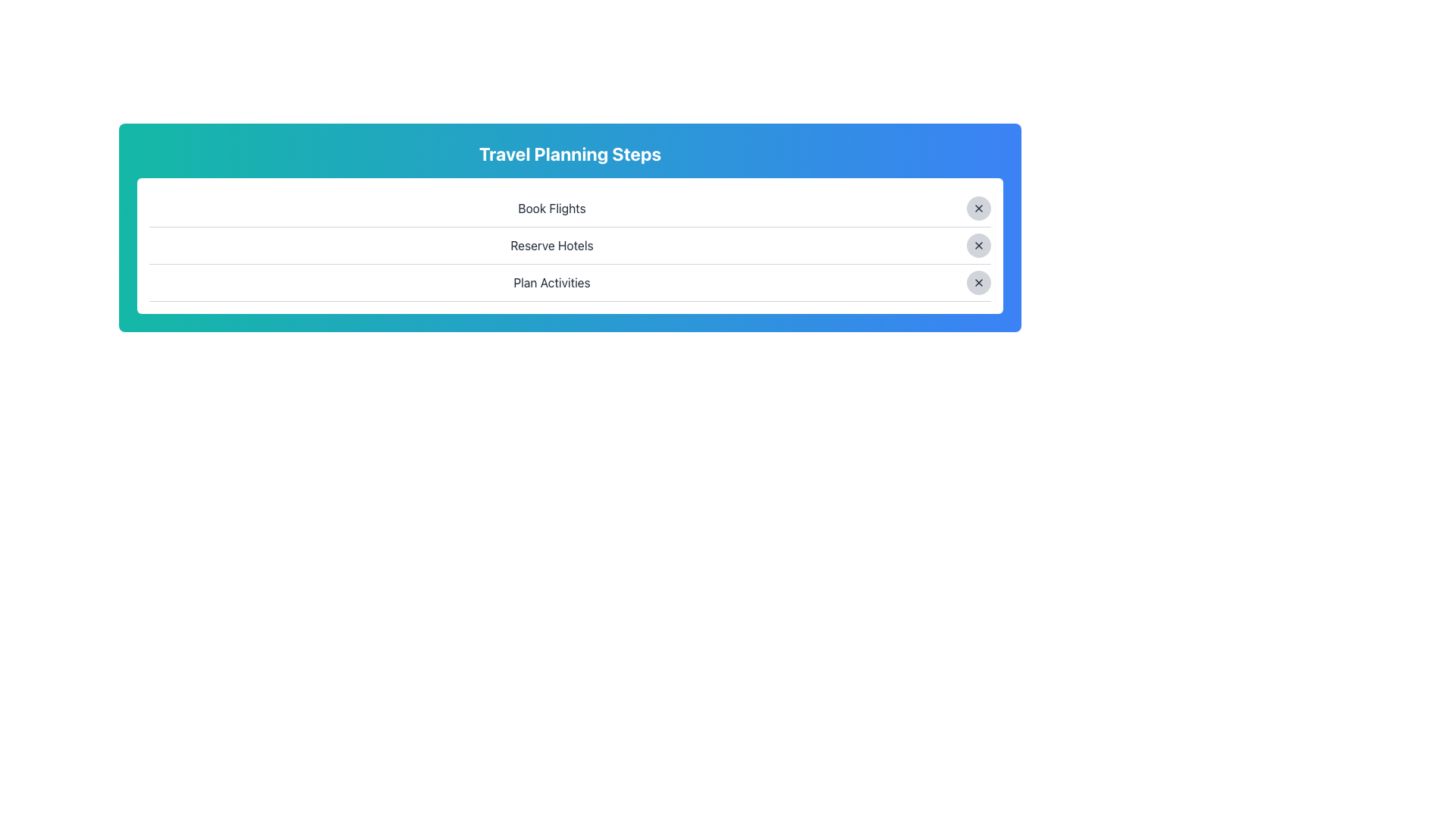 The height and width of the screenshot is (819, 1456). Describe the element at coordinates (570, 154) in the screenshot. I see `the informational header text label that indicates the purpose of the section listing steps in the travel planning process` at that location.